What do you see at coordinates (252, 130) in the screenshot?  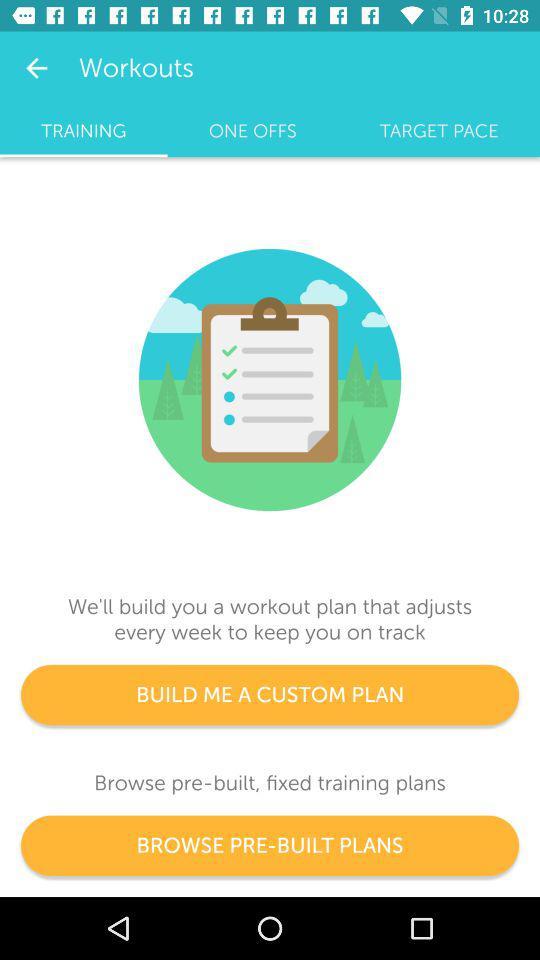 I see `the one offs` at bounding box center [252, 130].